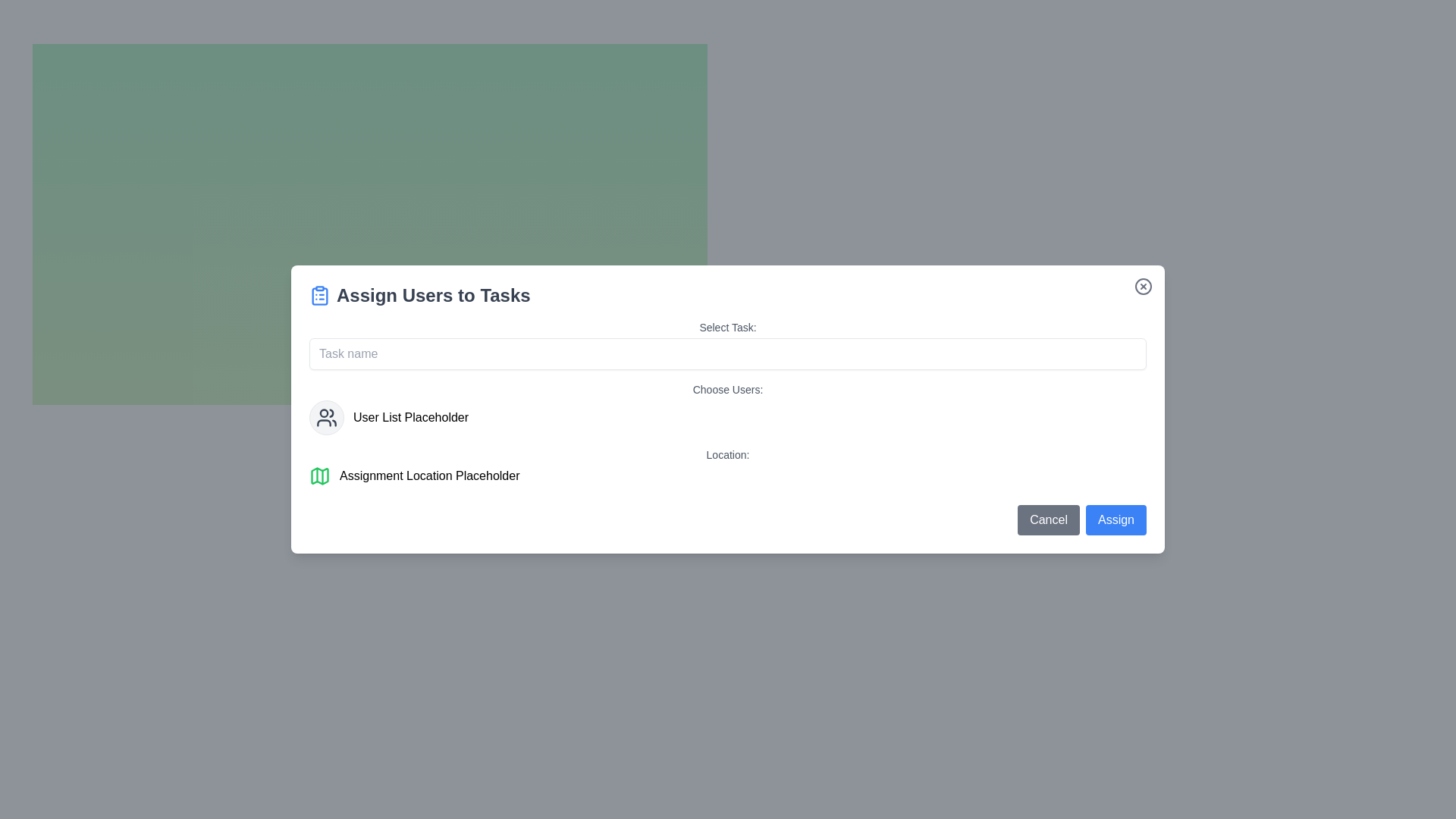 Image resolution: width=1456 pixels, height=819 pixels. Describe the element at coordinates (319, 475) in the screenshot. I see `the green map-like icon with a fold-like appearance, located in the 'Assignment Location Placeholder' section below the 'User List Placeholder'` at that location.